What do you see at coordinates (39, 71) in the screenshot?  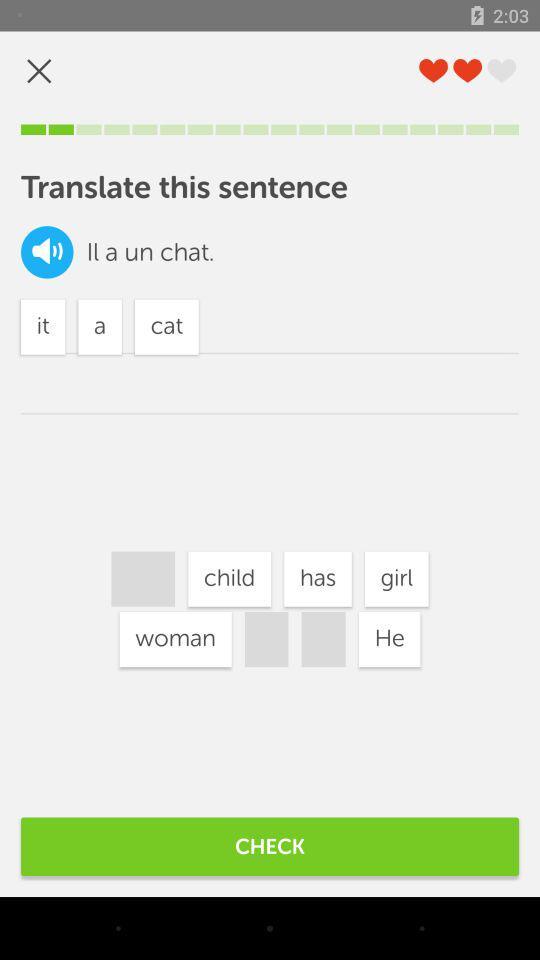 I see `the close icon` at bounding box center [39, 71].